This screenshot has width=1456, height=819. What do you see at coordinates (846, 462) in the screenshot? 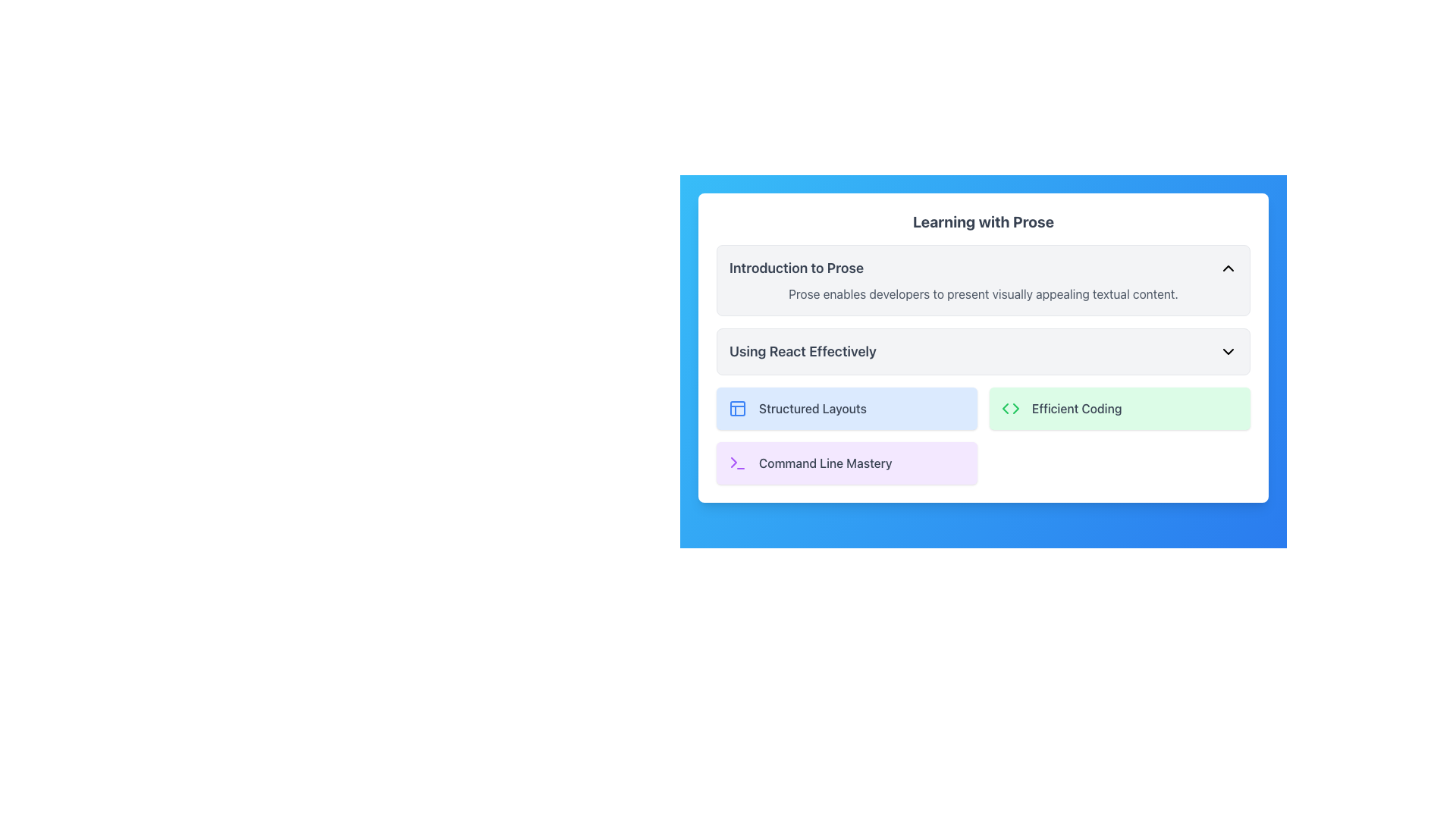
I see `the informational card labeled 'Command Line Mastery' located in the lower-left section of the grid` at bounding box center [846, 462].